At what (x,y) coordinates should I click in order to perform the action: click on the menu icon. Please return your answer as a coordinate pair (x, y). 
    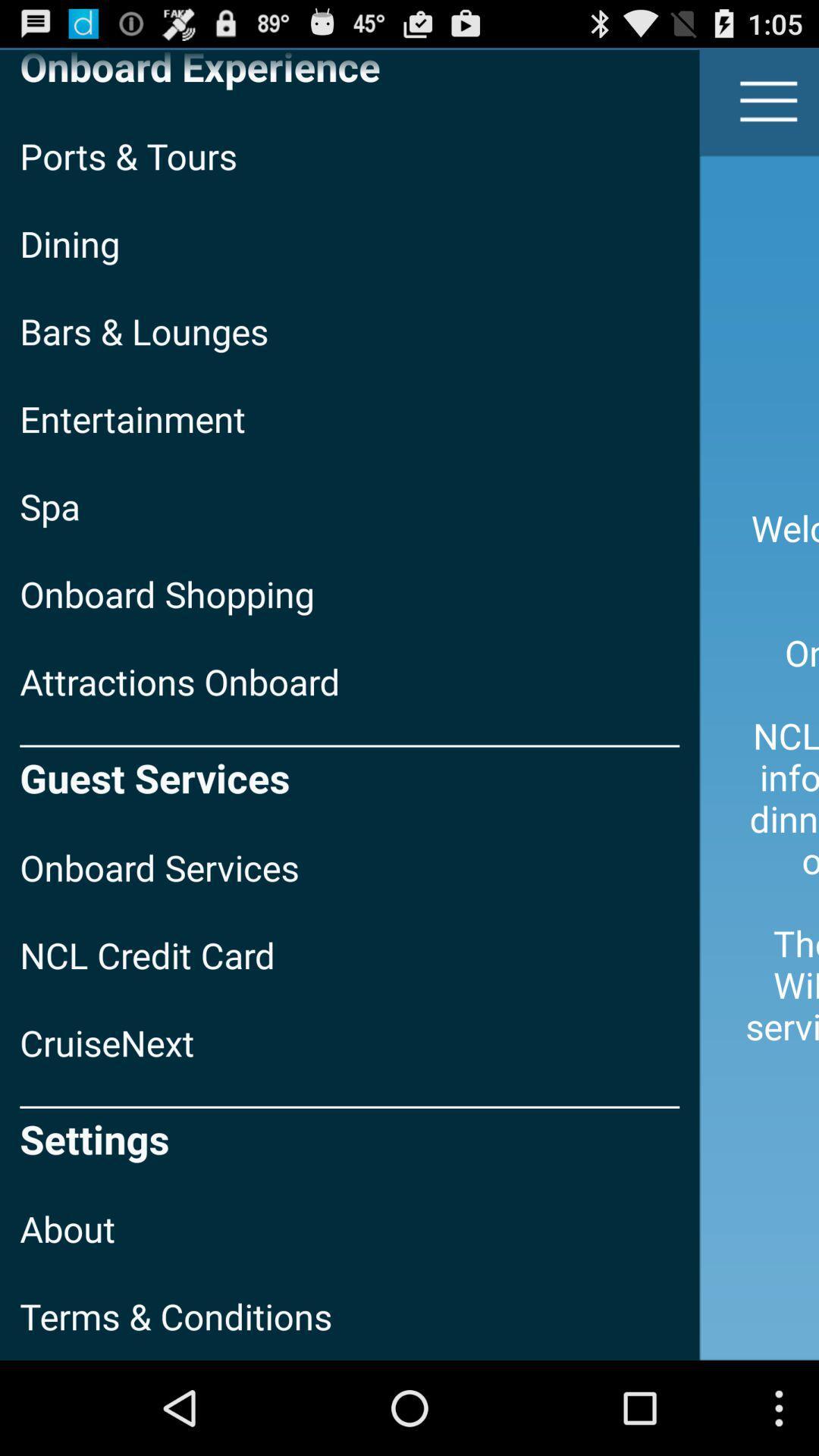
    Looking at the image, I should click on (769, 108).